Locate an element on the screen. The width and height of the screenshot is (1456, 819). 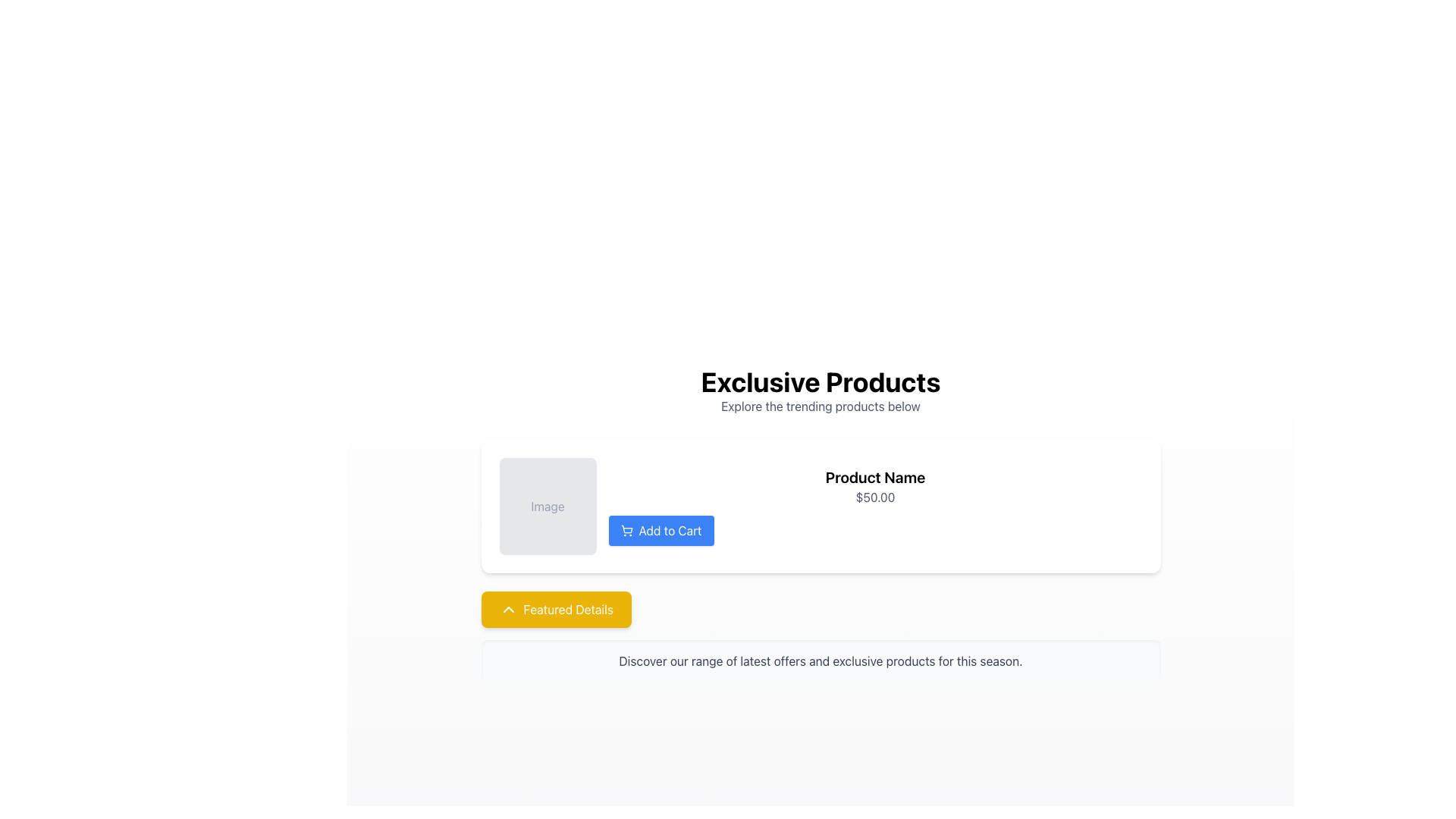
the placeholder text label indicating the intended presence of an image in the product card interface, located above the 'Add to Cart' button is located at coordinates (547, 506).